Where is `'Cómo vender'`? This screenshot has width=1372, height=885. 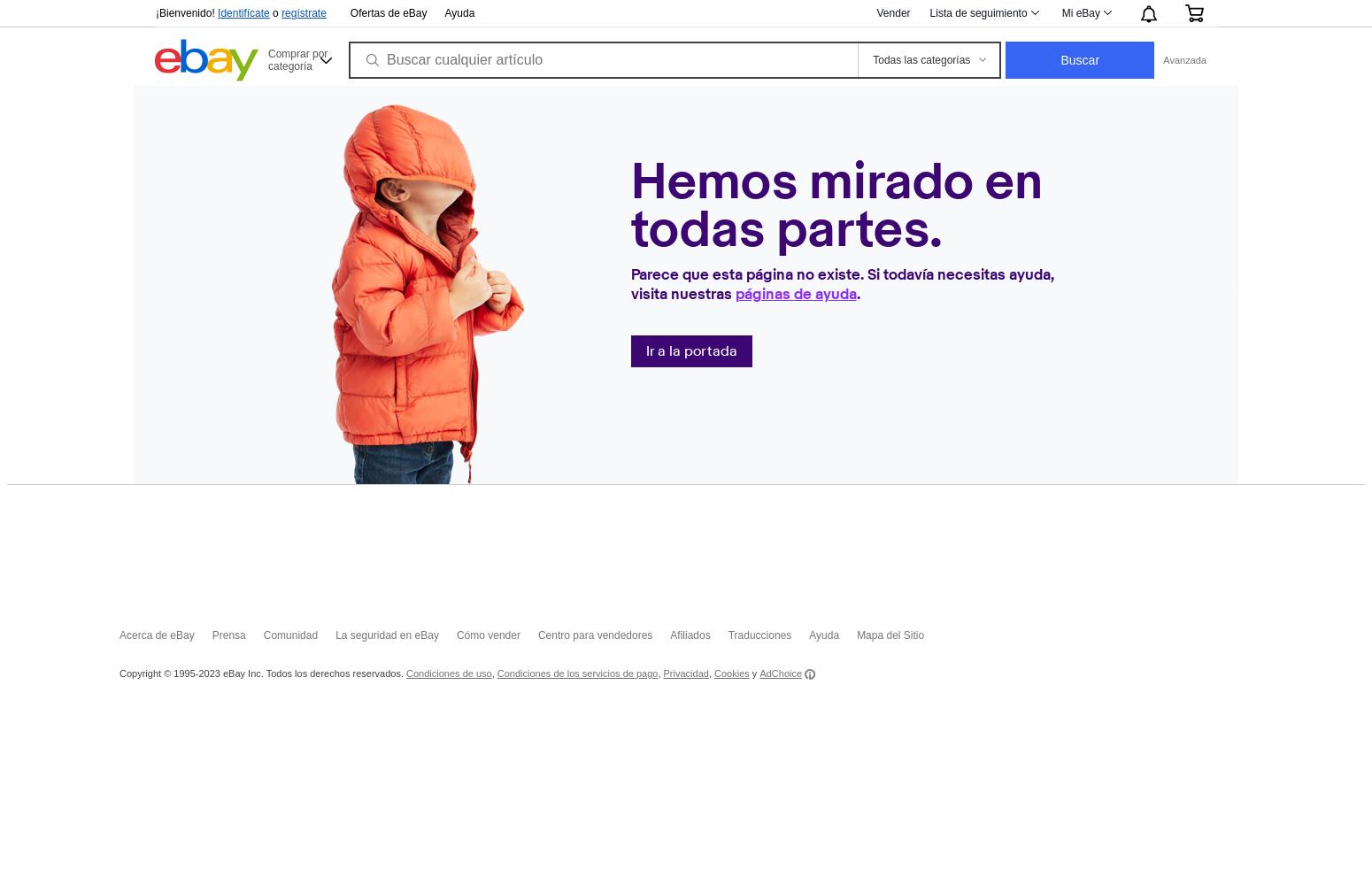 'Cómo vender' is located at coordinates (488, 635).